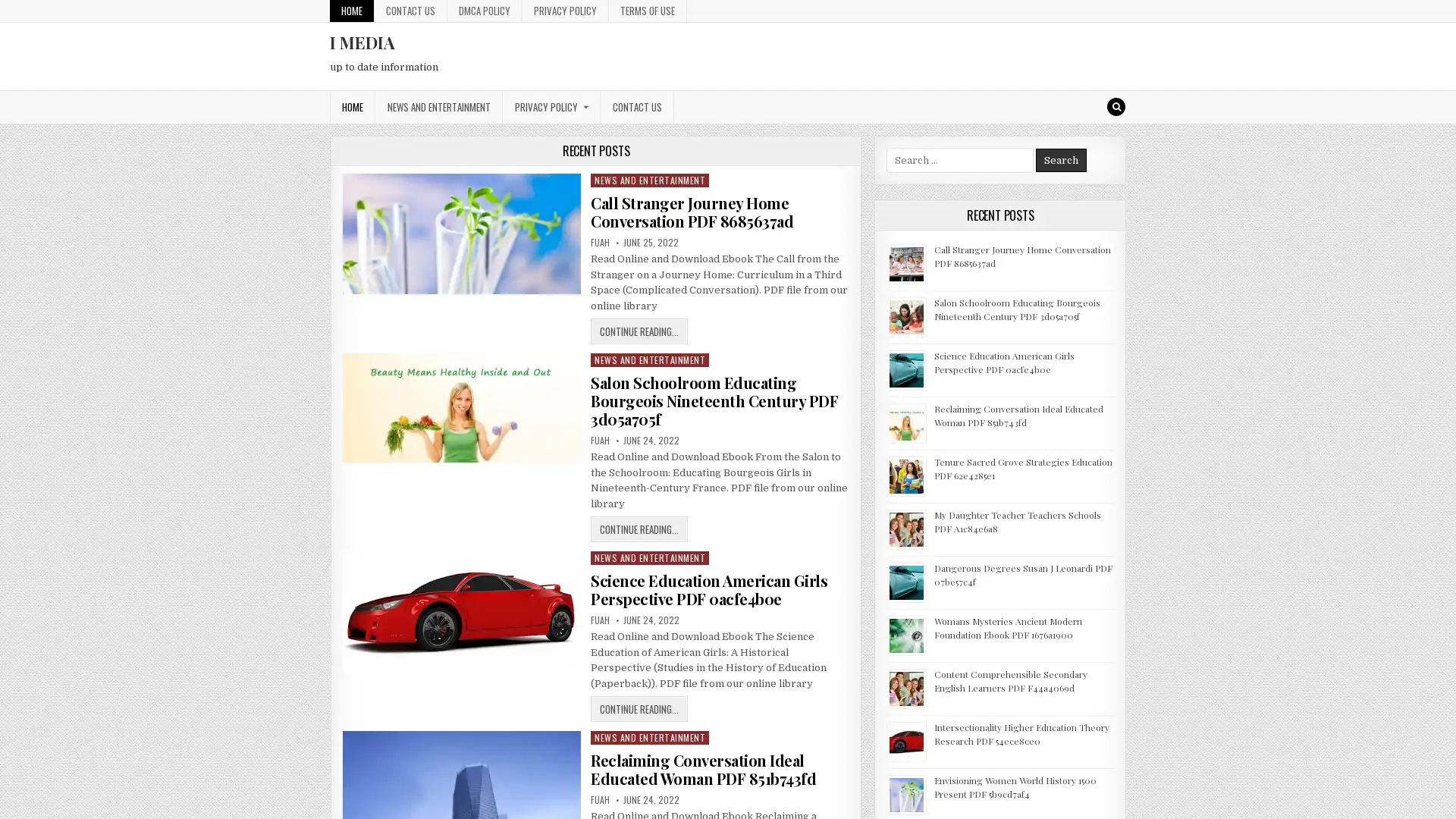  Describe the element at coordinates (1060, 160) in the screenshot. I see `Search` at that location.